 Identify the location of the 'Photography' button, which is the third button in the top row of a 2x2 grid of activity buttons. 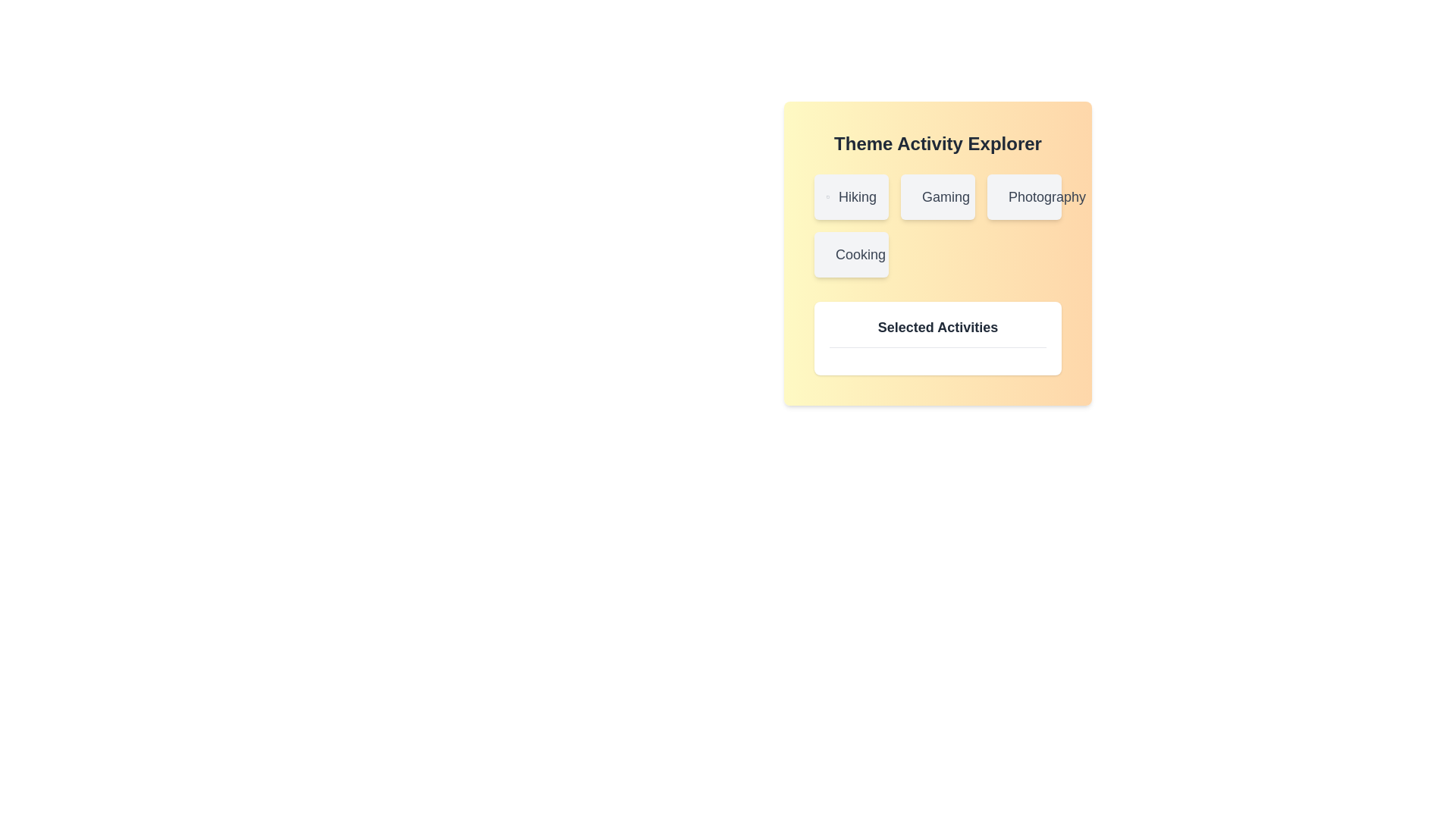
(1024, 196).